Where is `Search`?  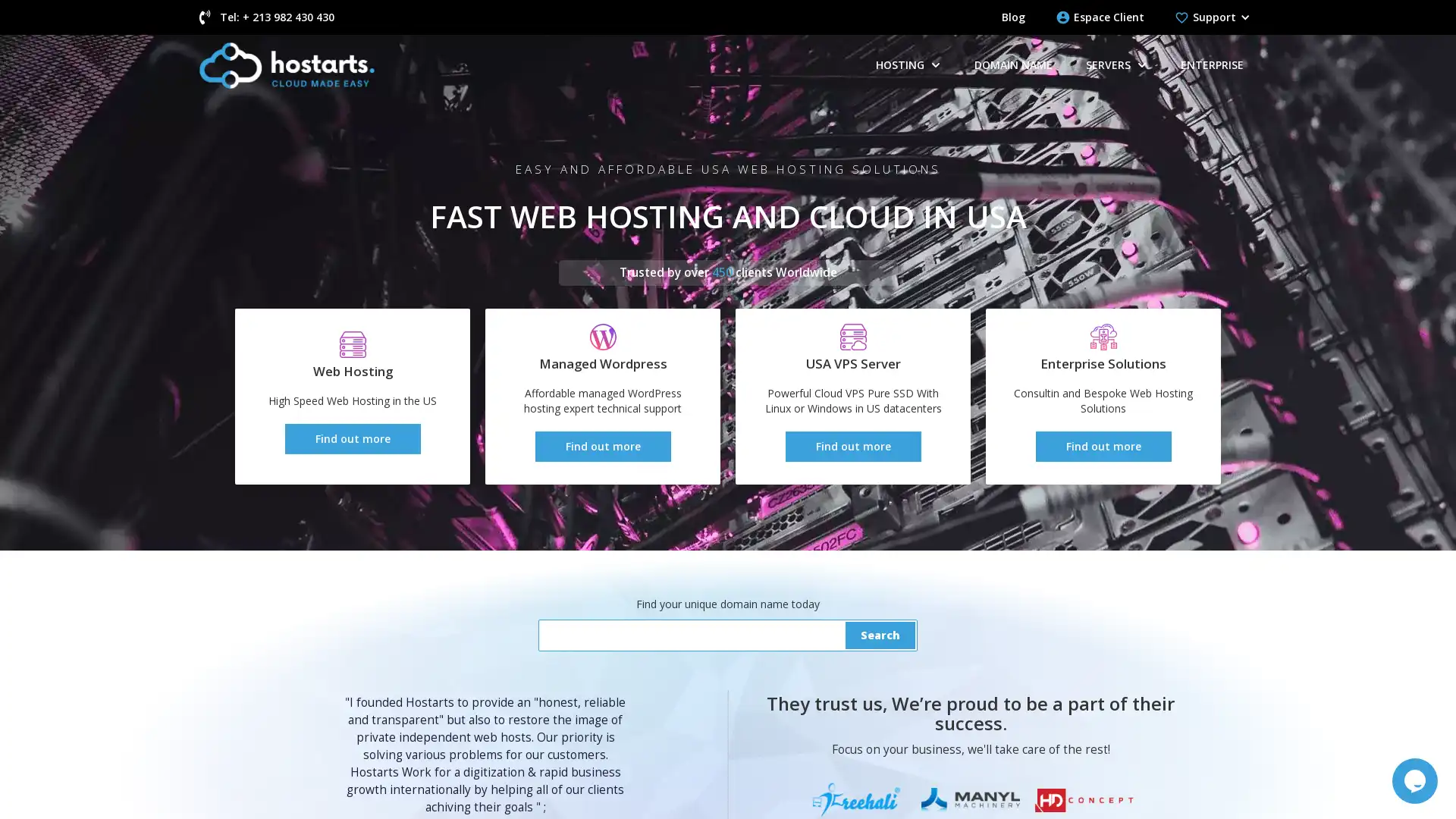 Search is located at coordinates (880, 635).